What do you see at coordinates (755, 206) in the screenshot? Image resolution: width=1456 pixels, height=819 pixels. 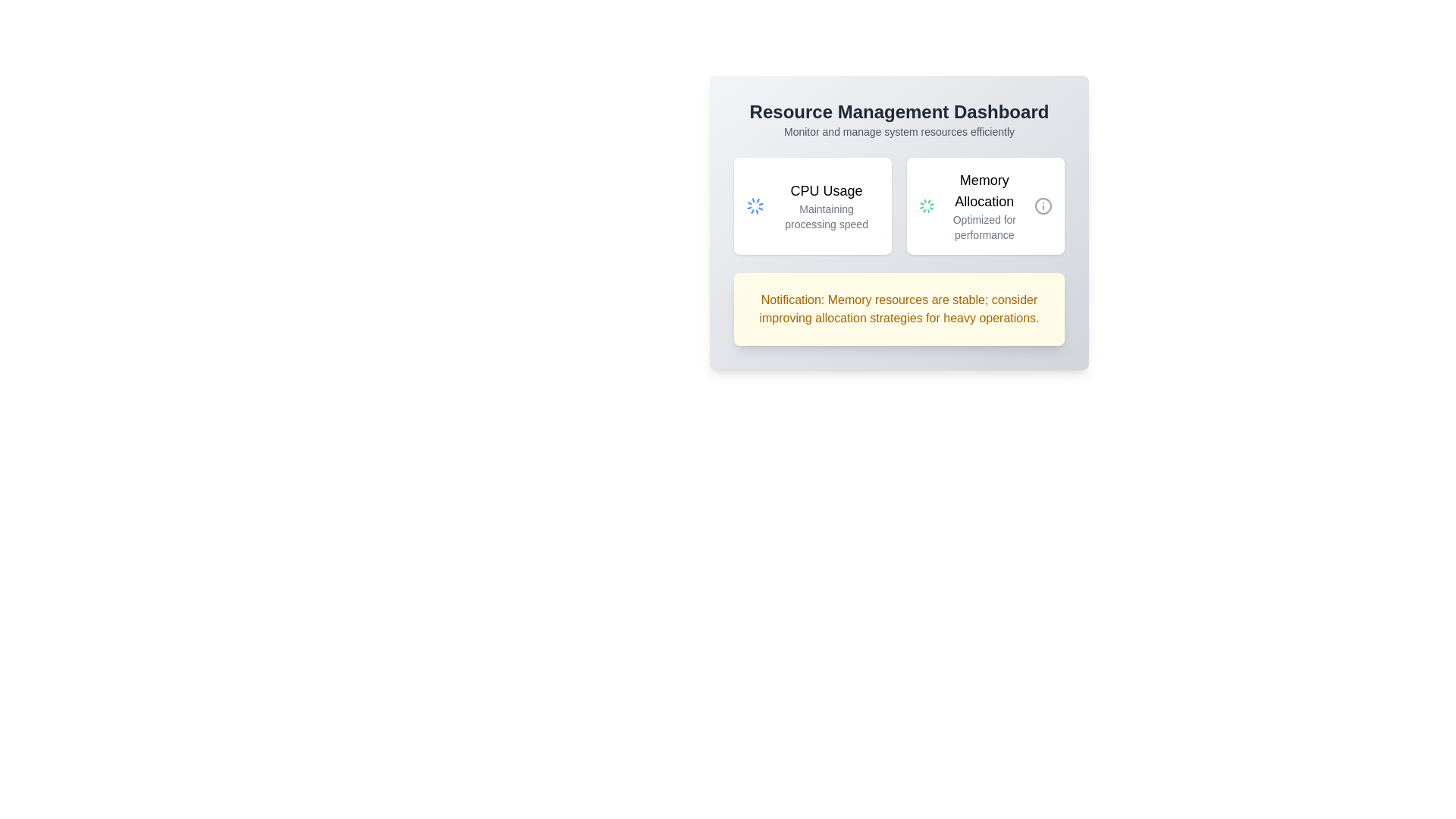 I see `the animation of the animated visual indicator icon located to the left of the 'CPU Usage' text within the 'CPU Usage' card` at bounding box center [755, 206].